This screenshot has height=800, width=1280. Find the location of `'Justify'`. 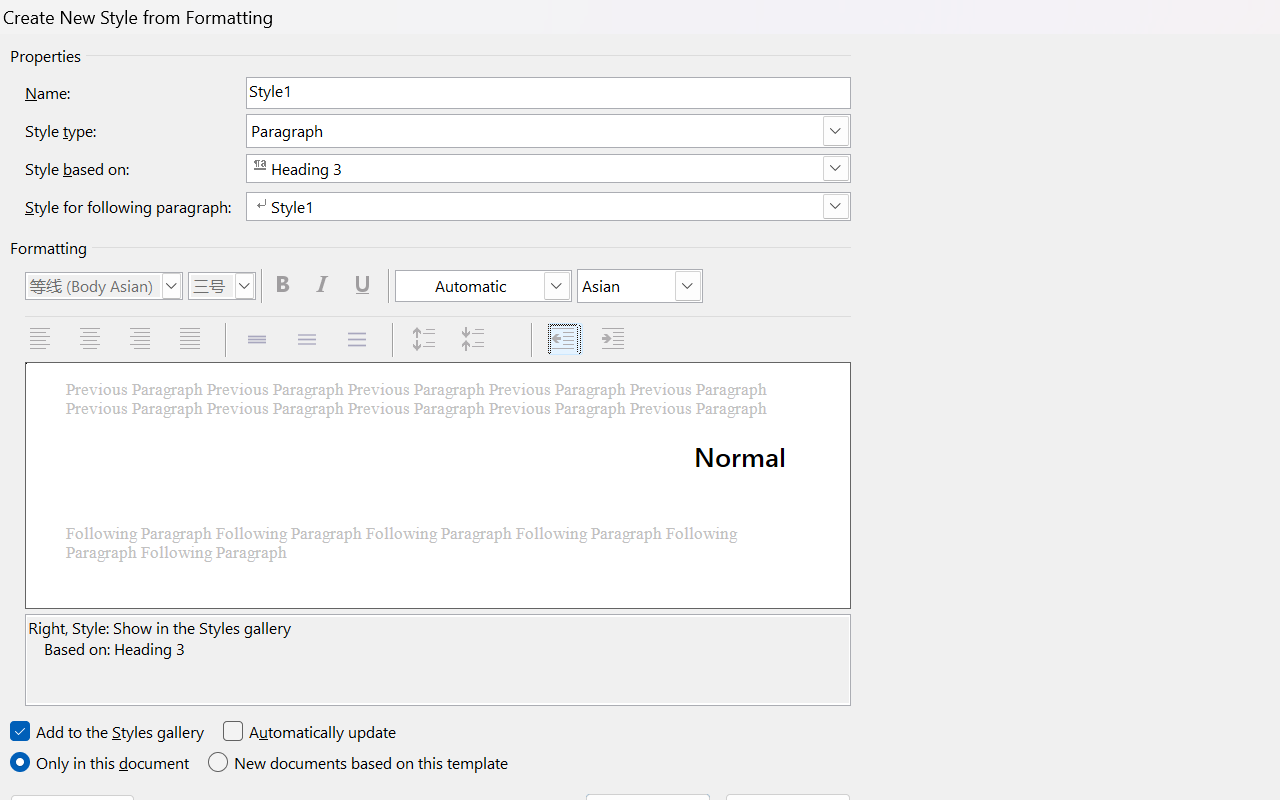

'Justify' is located at coordinates (192, 339).